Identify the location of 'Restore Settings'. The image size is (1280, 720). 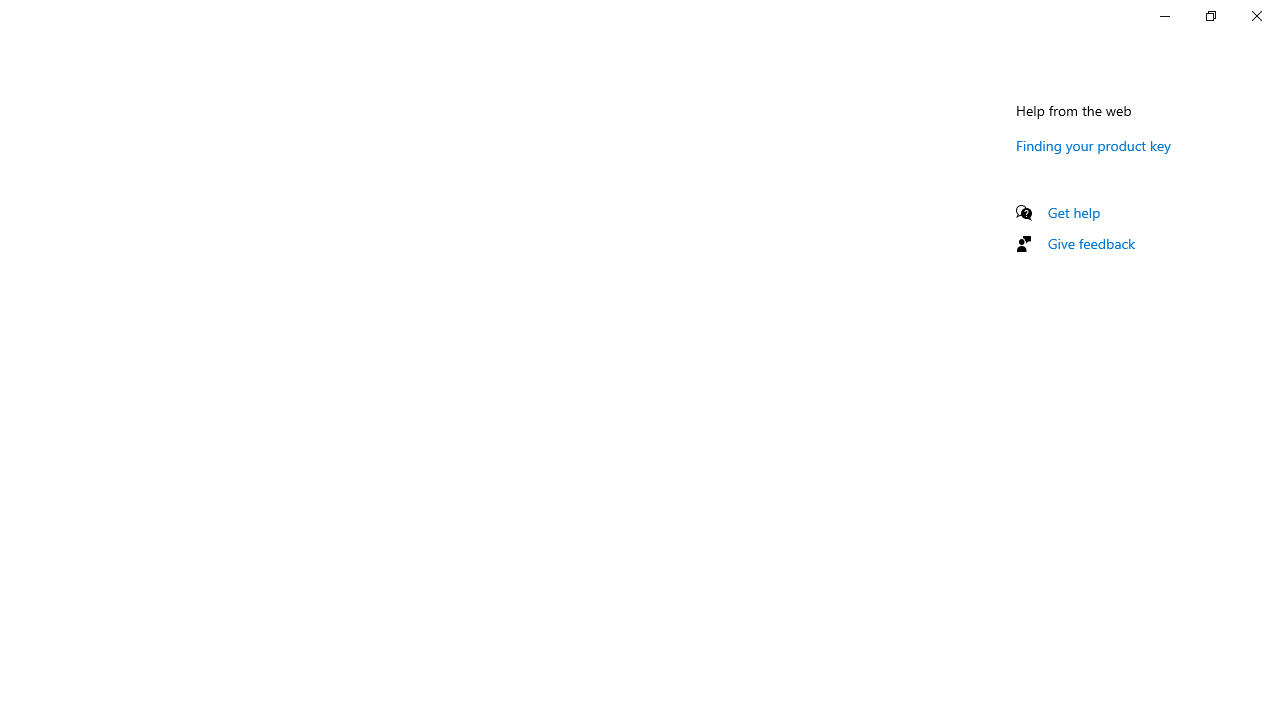
(1209, 15).